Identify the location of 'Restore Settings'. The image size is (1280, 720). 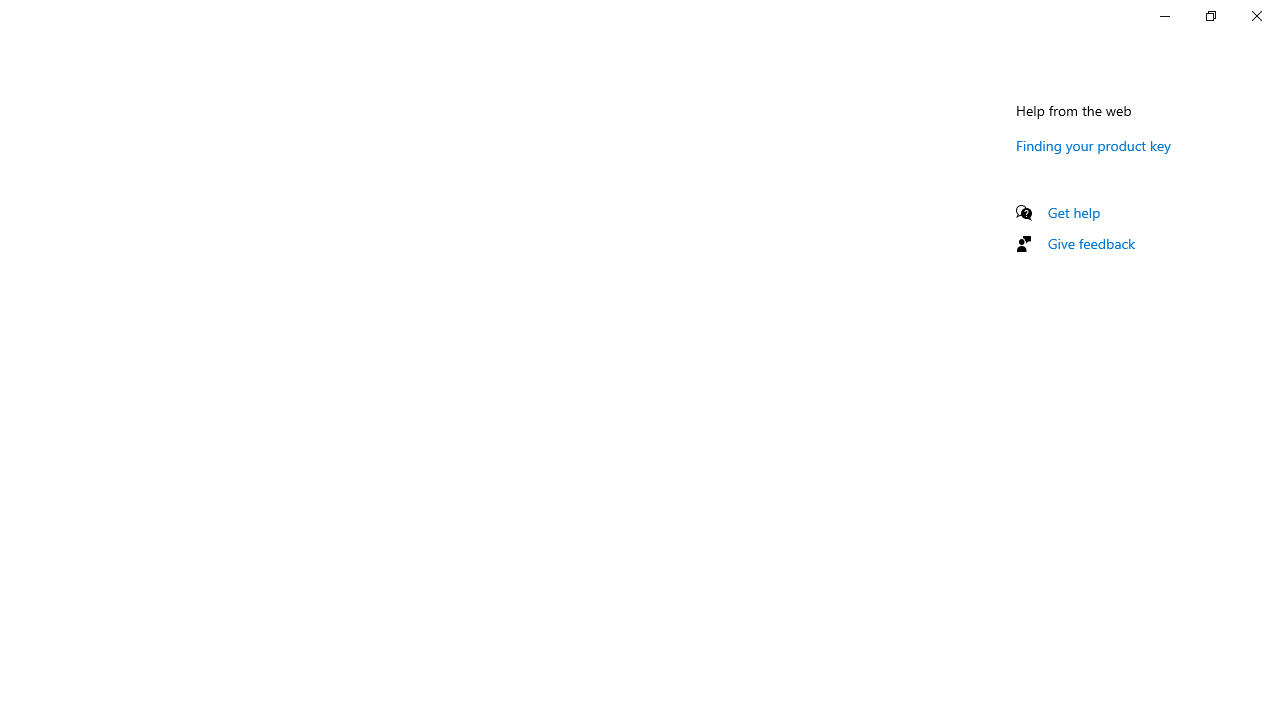
(1209, 15).